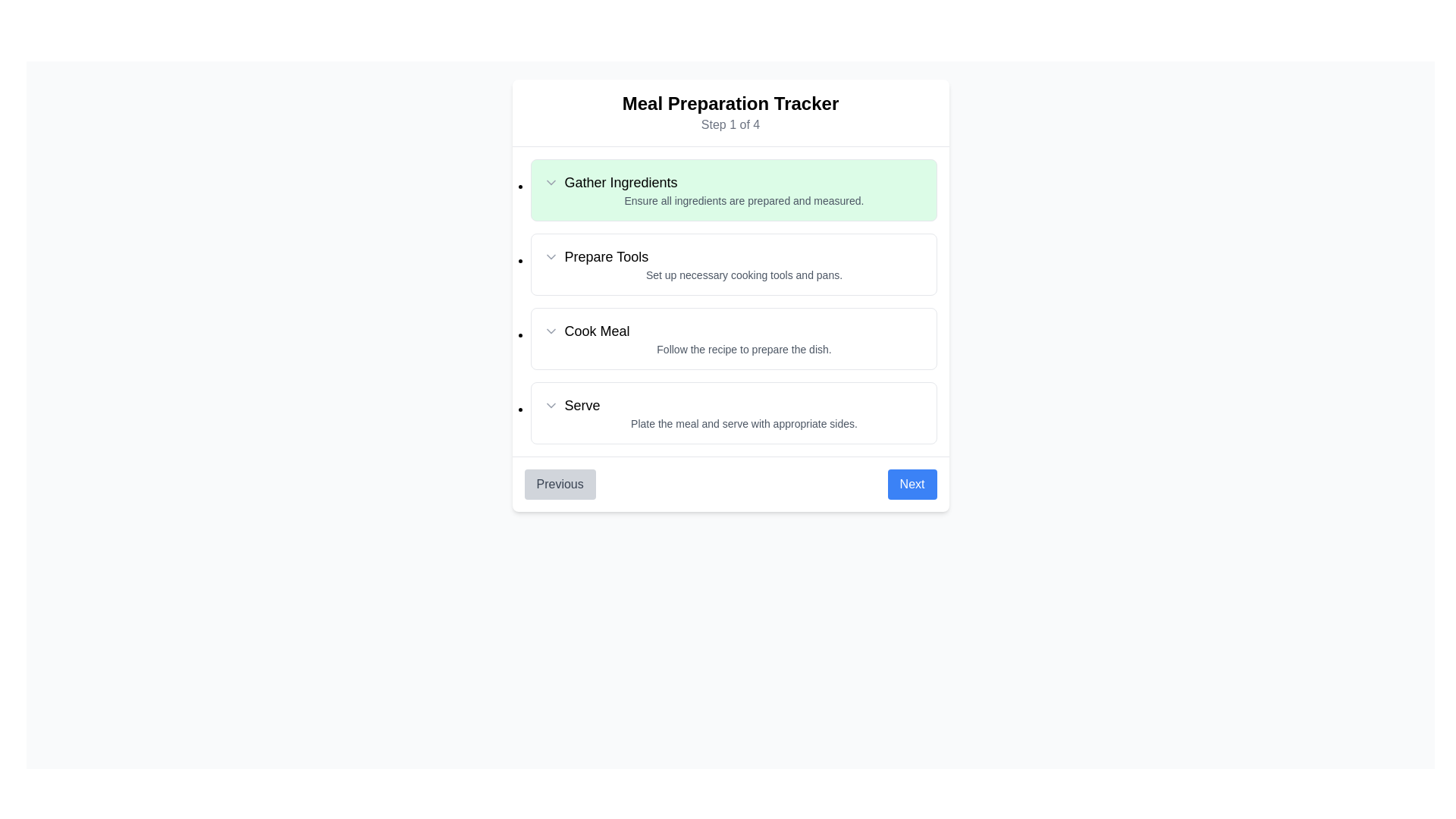  Describe the element at coordinates (605, 256) in the screenshot. I see `the 'Prepare Tools' text label, which is styled in a medium-weight sans-serif font and is positioned in the second step of a vertical stepper interface` at that location.